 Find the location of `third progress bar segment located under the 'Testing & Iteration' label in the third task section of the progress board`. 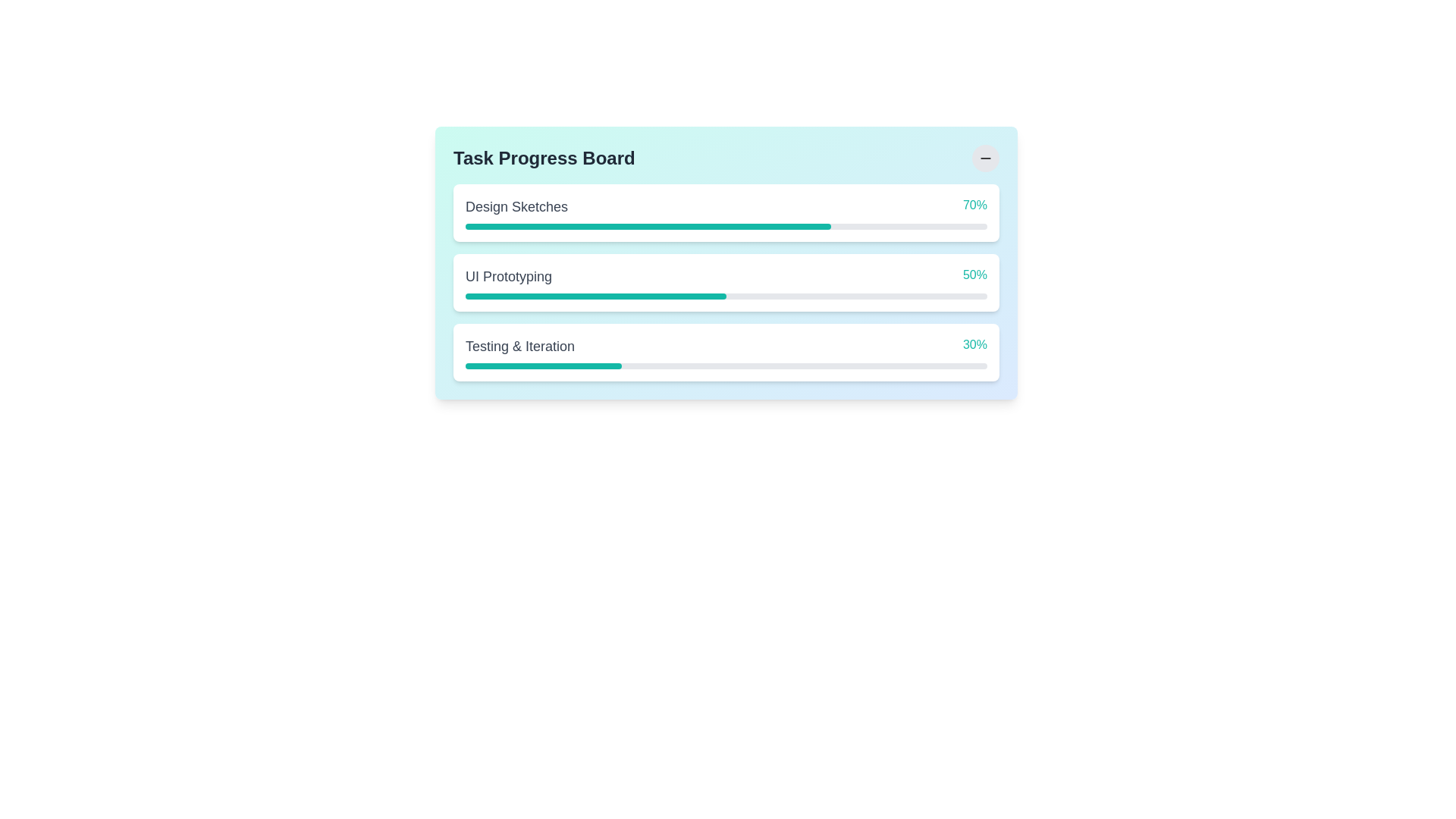

third progress bar segment located under the 'Testing & Iteration' label in the third task section of the progress board is located at coordinates (544, 366).